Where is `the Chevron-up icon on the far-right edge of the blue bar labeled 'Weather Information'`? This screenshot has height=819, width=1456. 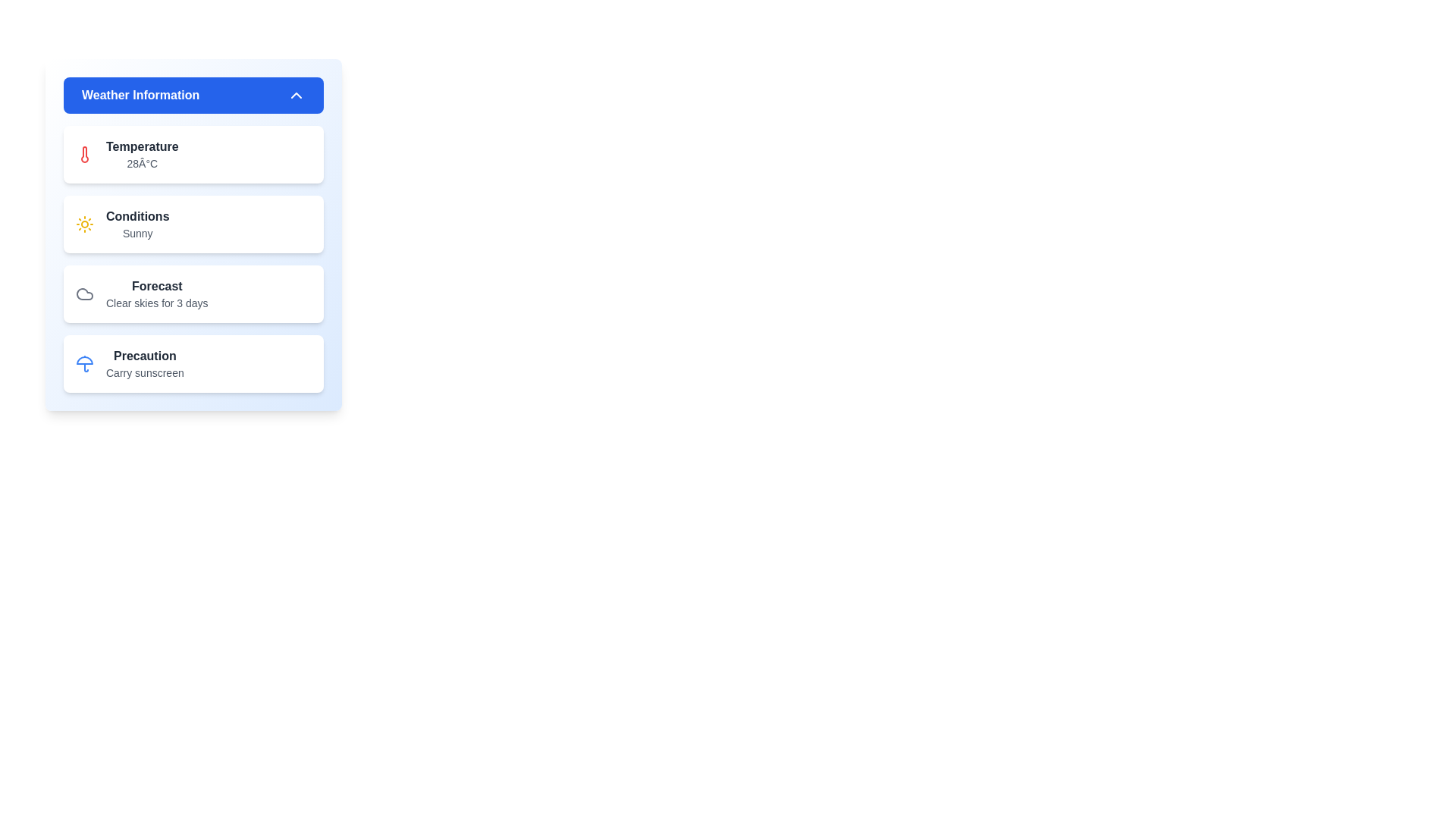 the Chevron-up icon on the far-right edge of the blue bar labeled 'Weather Information' is located at coordinates (296, 96).